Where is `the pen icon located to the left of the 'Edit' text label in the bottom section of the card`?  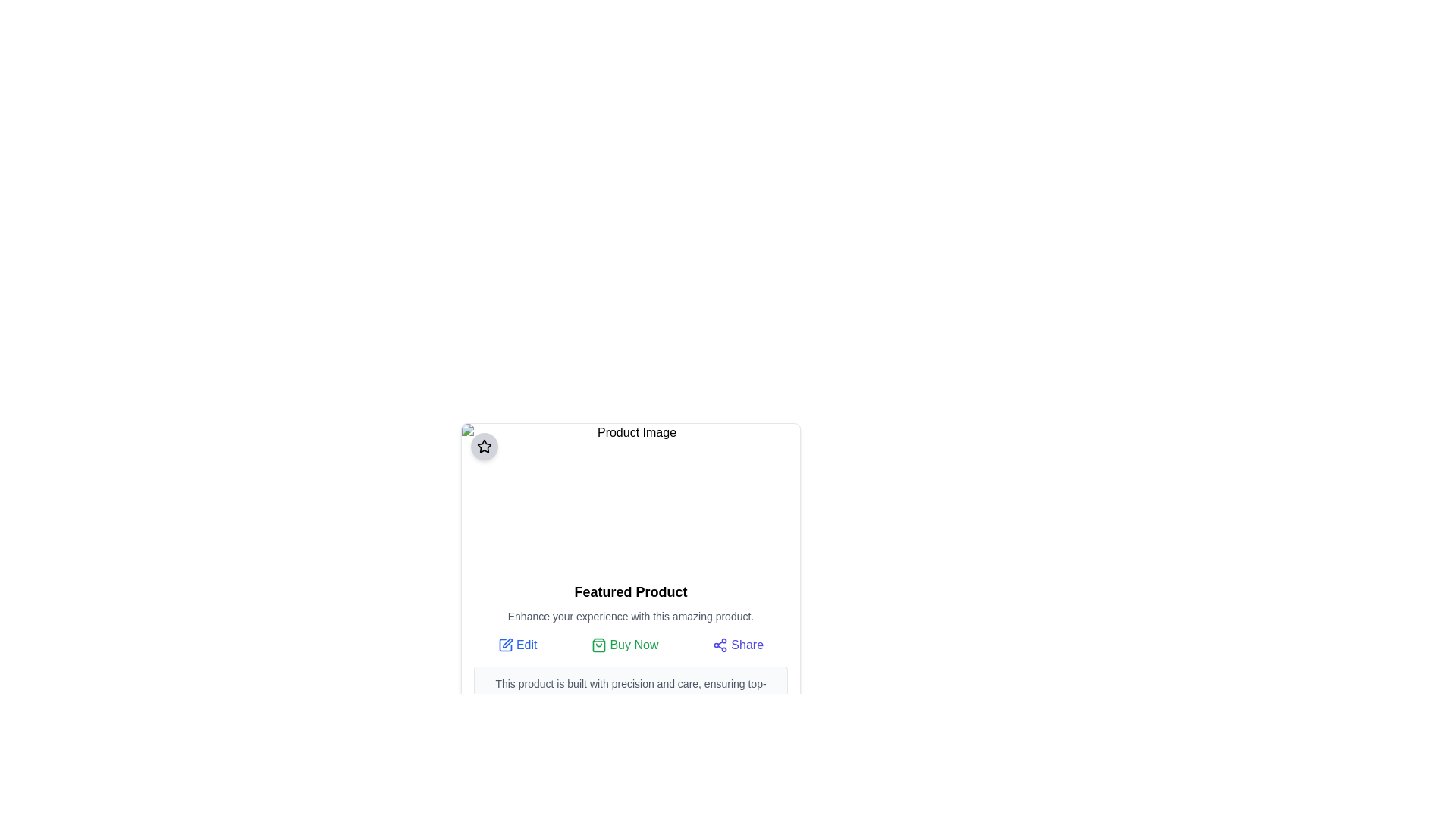 the pen icon located to the left of the 'Edit' text label in the bottom section of the card is located at coordinates (506, 645).